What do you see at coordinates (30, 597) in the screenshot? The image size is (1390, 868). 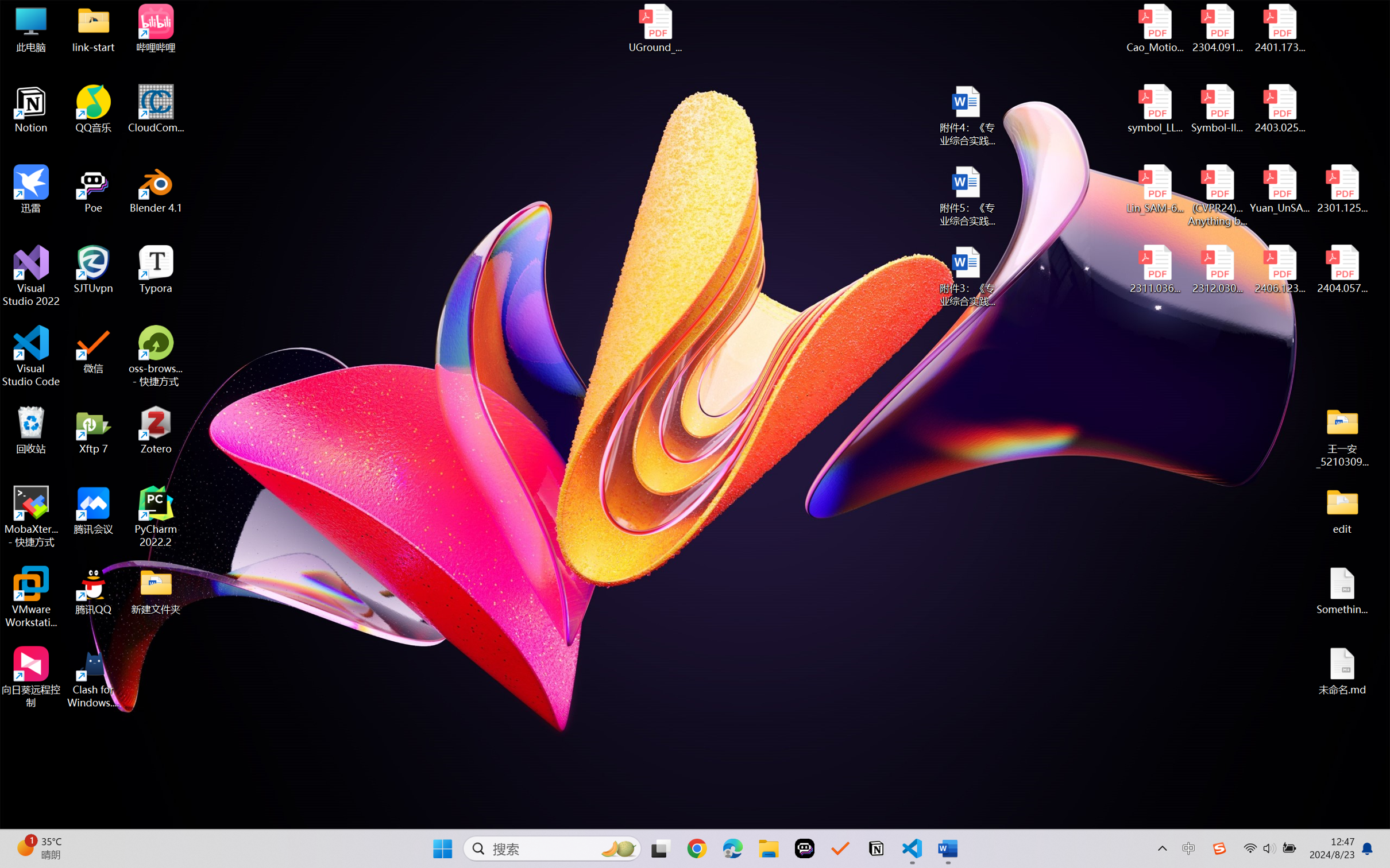 I see `'VMware Workstation Pro'` at bounding box center [30, 597].